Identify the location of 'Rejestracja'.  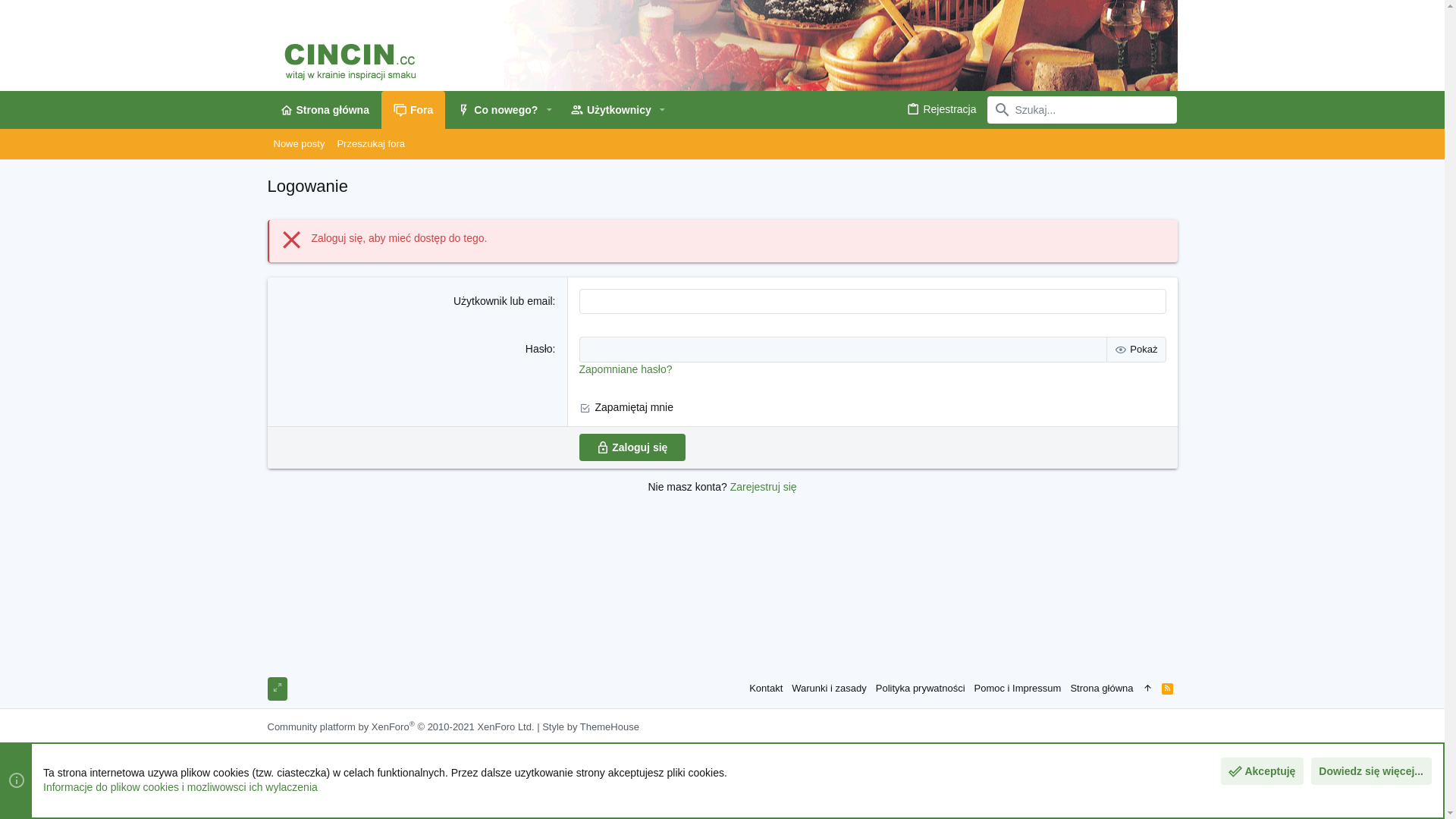
(940, 108).